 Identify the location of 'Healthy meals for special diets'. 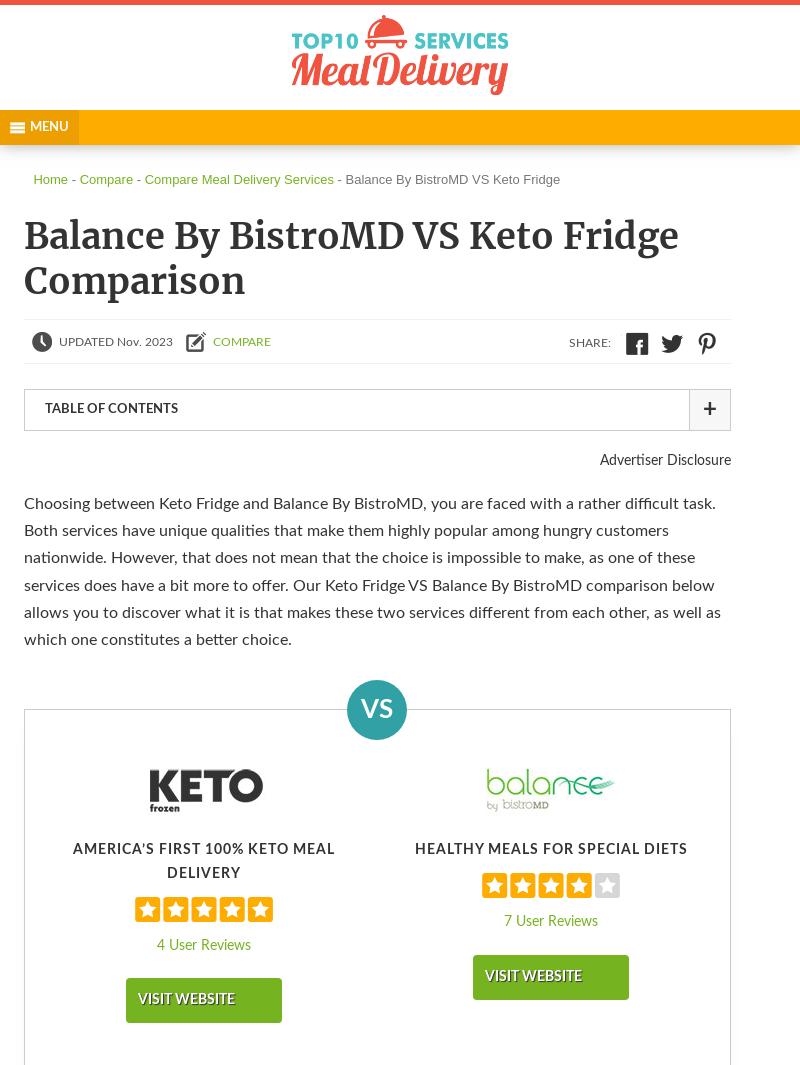
(550, 849).